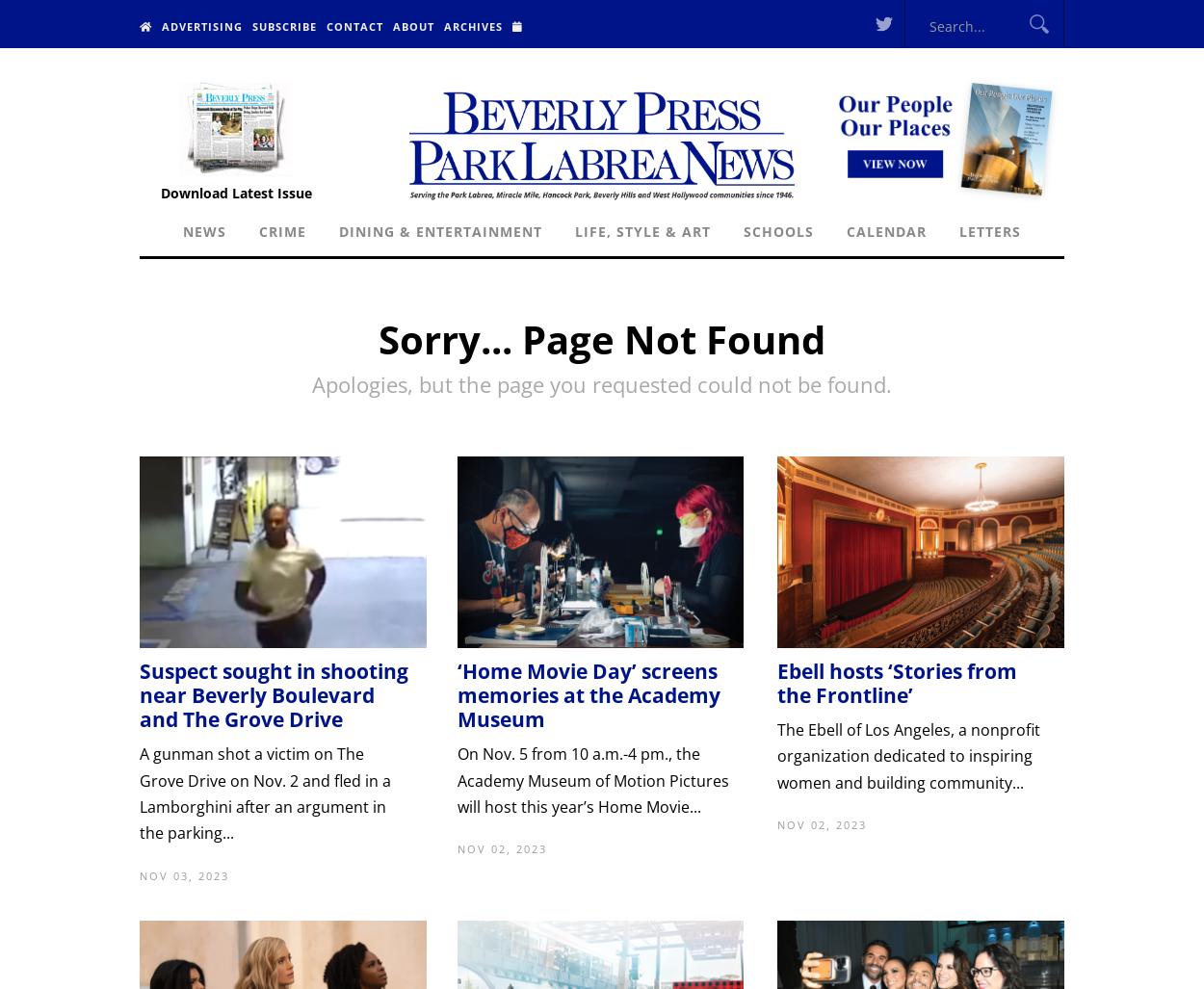 This screenshot has height=989, width=1204. Describe the element at coordinates (338, 231) in the screenshot. I see `'Dining & Entertainment'` at that location.